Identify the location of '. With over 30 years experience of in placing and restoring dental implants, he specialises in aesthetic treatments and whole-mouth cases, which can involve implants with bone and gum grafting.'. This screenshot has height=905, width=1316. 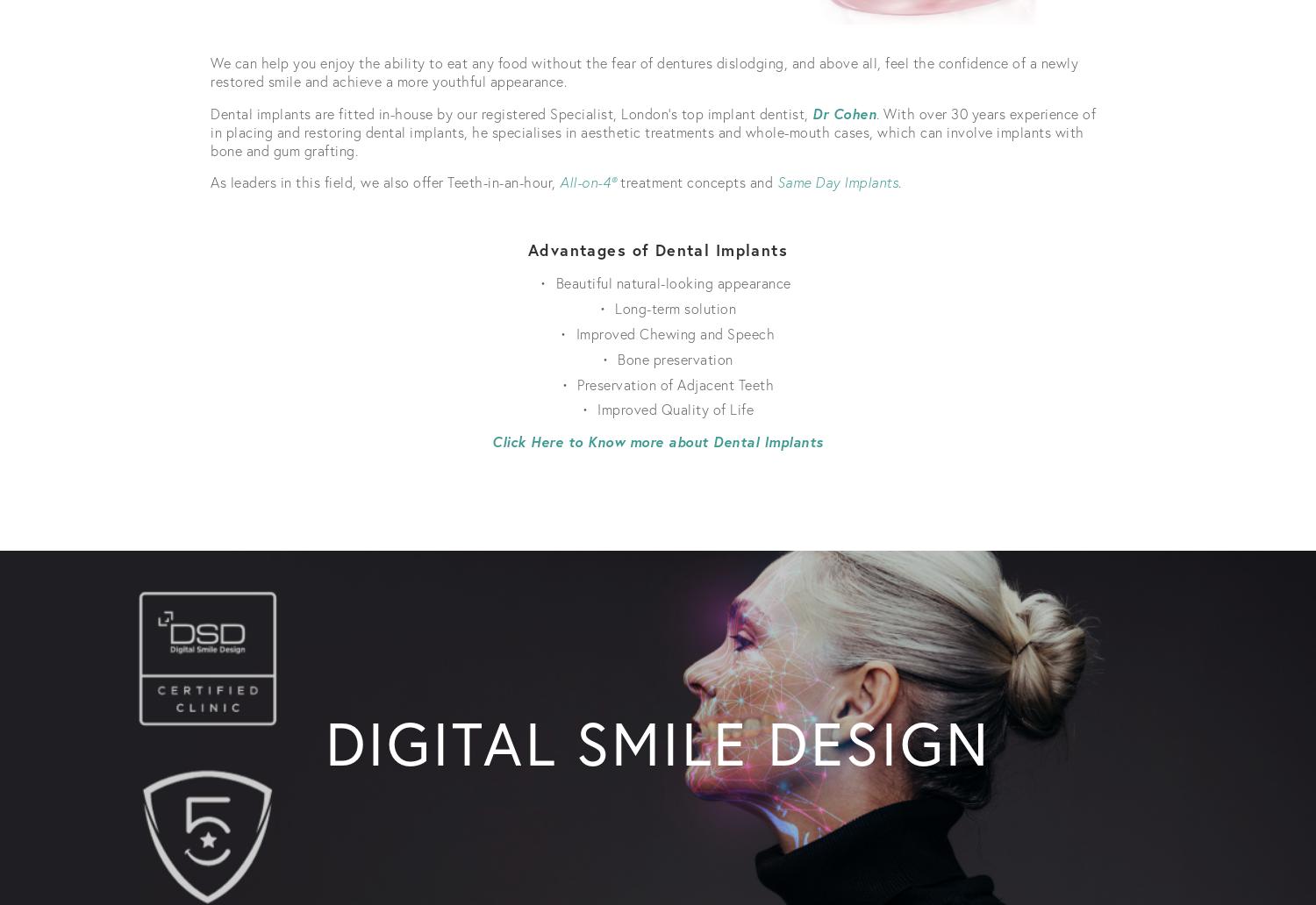
(654, 130).